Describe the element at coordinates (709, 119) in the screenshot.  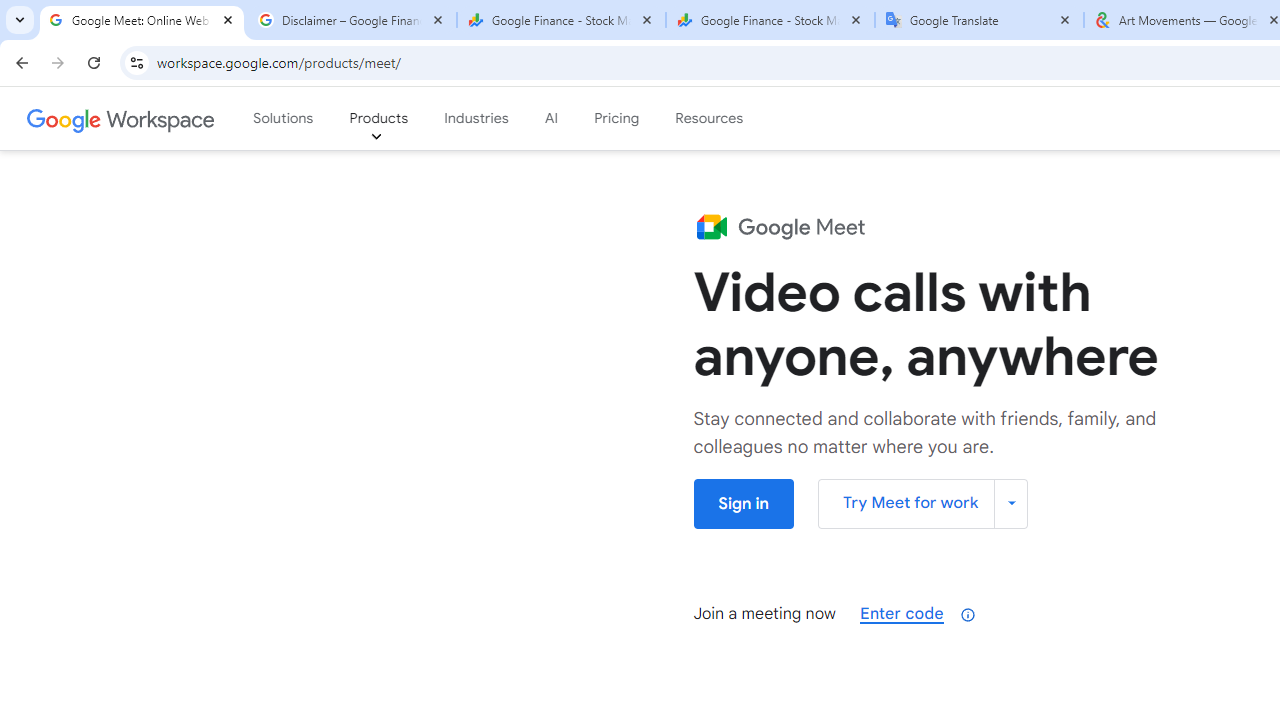
I see `'Resources'` at that location.